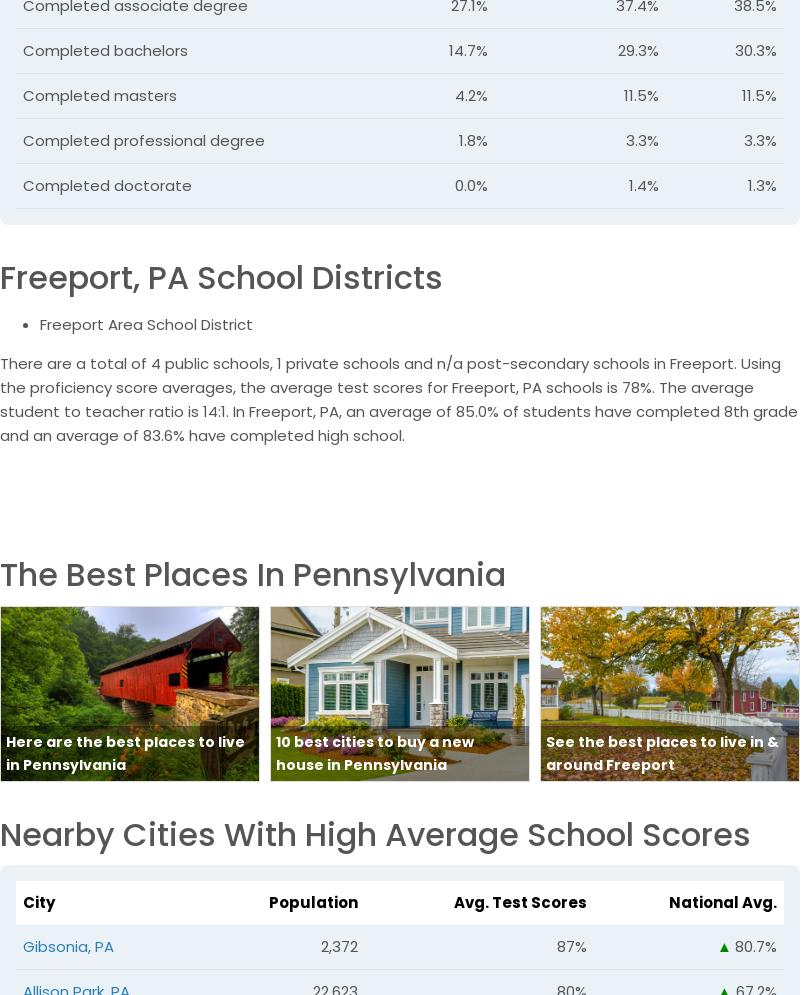 The image size is (812, 995). What do you see at coordinates (68, 946) in the screenshot?
I see `'Gibsonia, PA'` at bounding box center [68, 946].